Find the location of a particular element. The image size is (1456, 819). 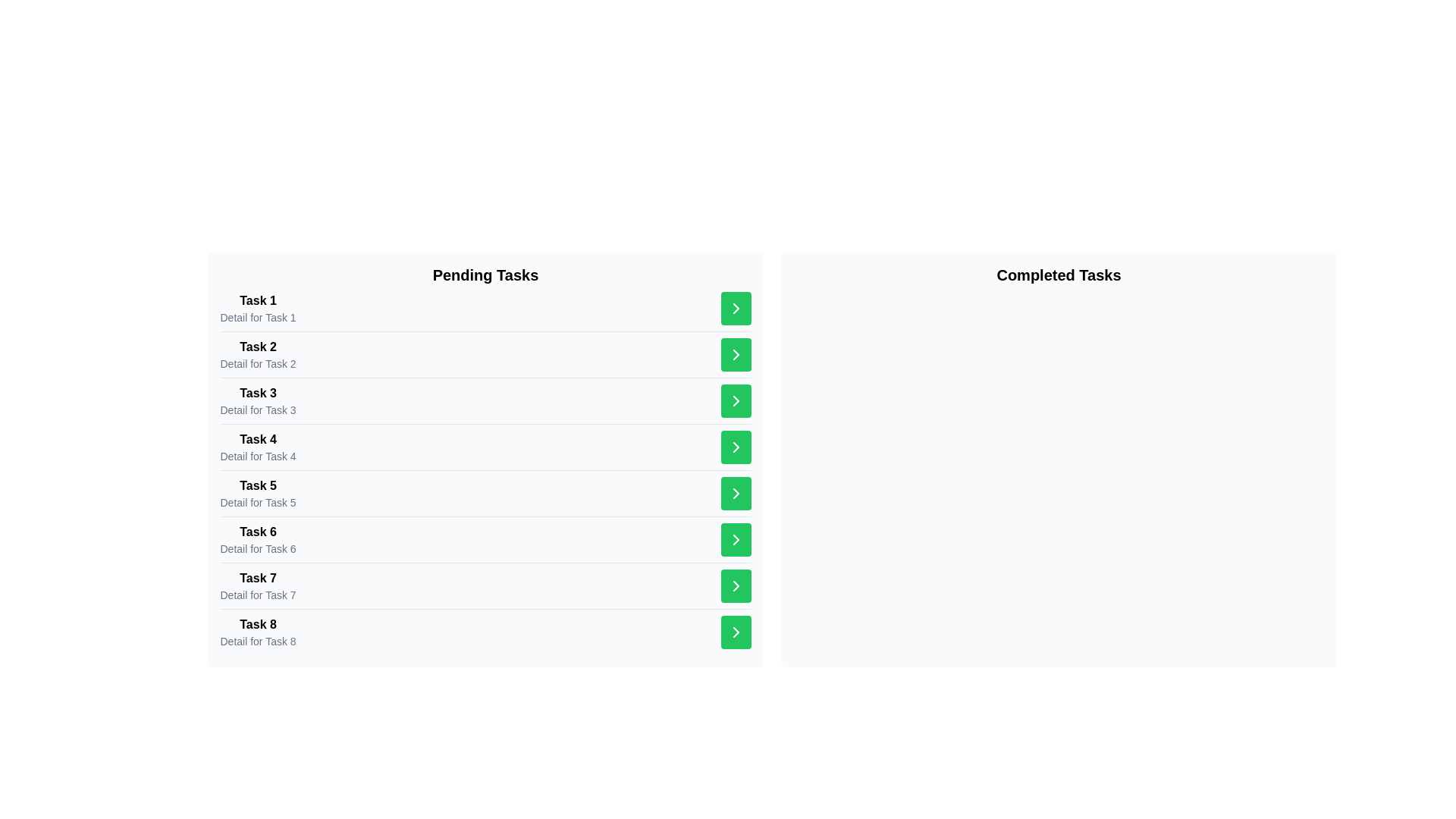

the green circular button in the eighth row of the 'Pending Tasks' panel to trigger a tooltip or visual cue is located at coordinates (736, 632).